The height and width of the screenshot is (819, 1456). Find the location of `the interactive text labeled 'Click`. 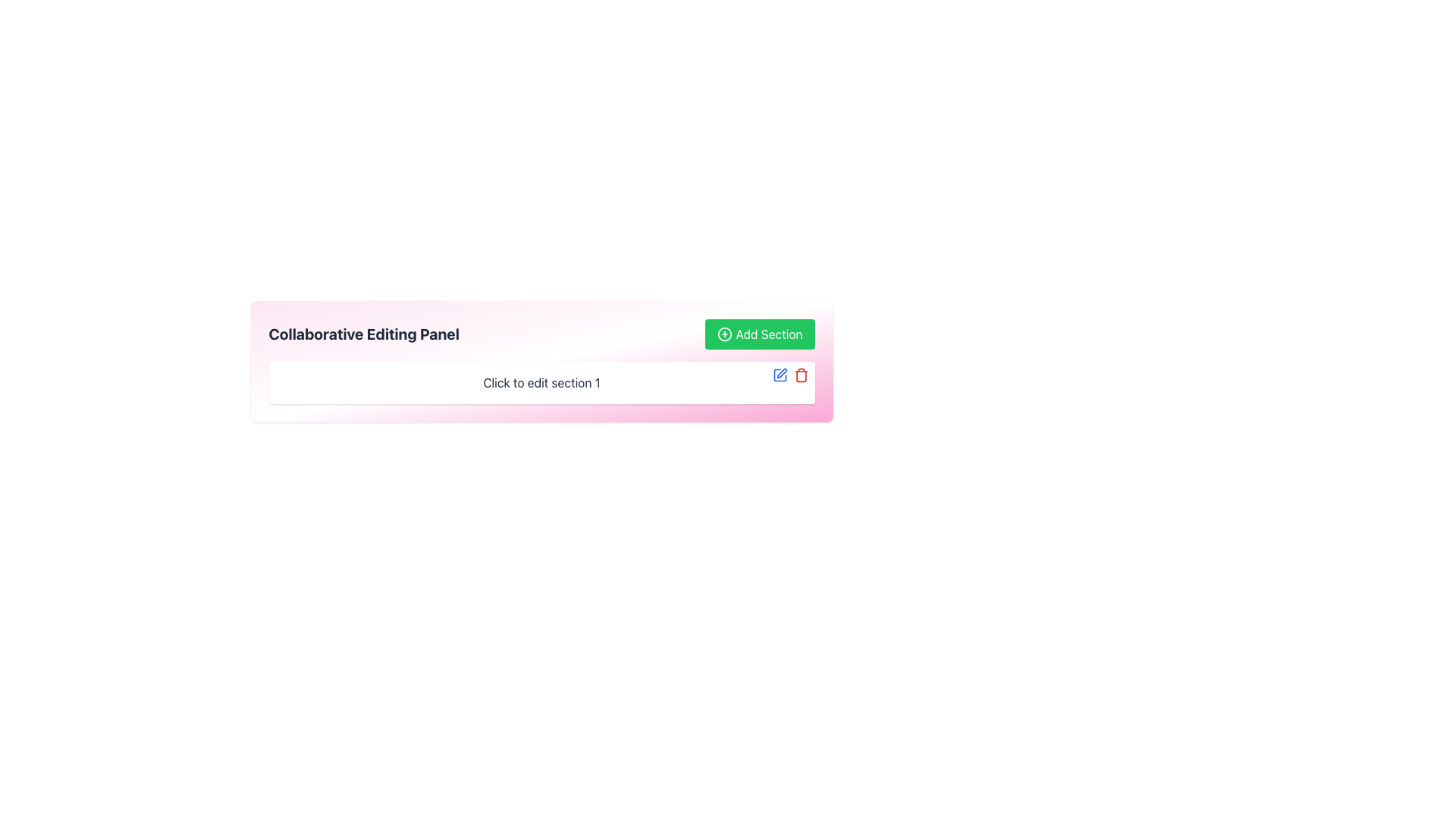

the interactive text labeled 'Click is located at coordinates (541, 382).